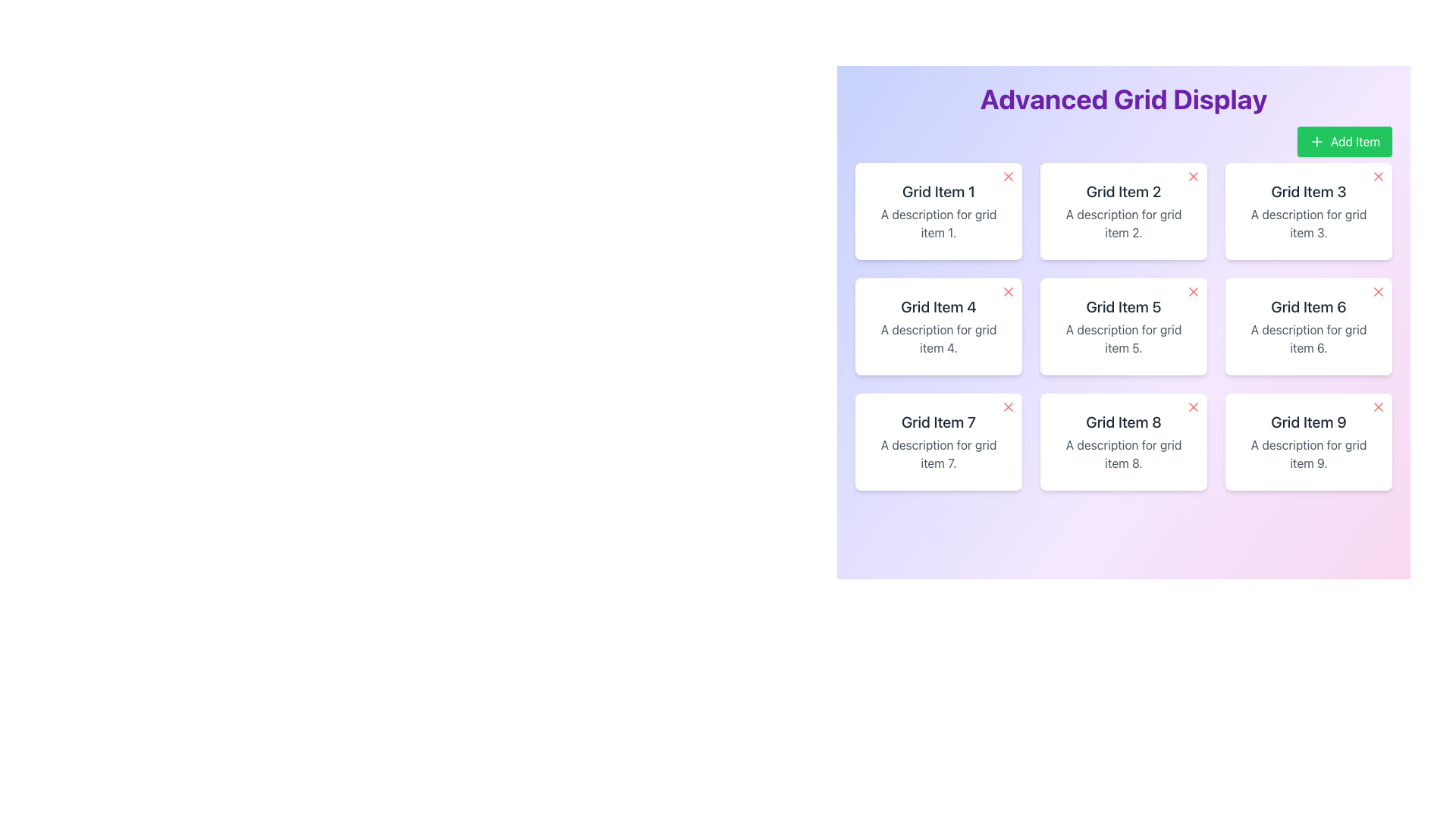 Image resolution: width=1456 pixels, height=819 pixels. I want to click on the close button on the top-right corner of 'Grid Item 7', so click(1008, 406).